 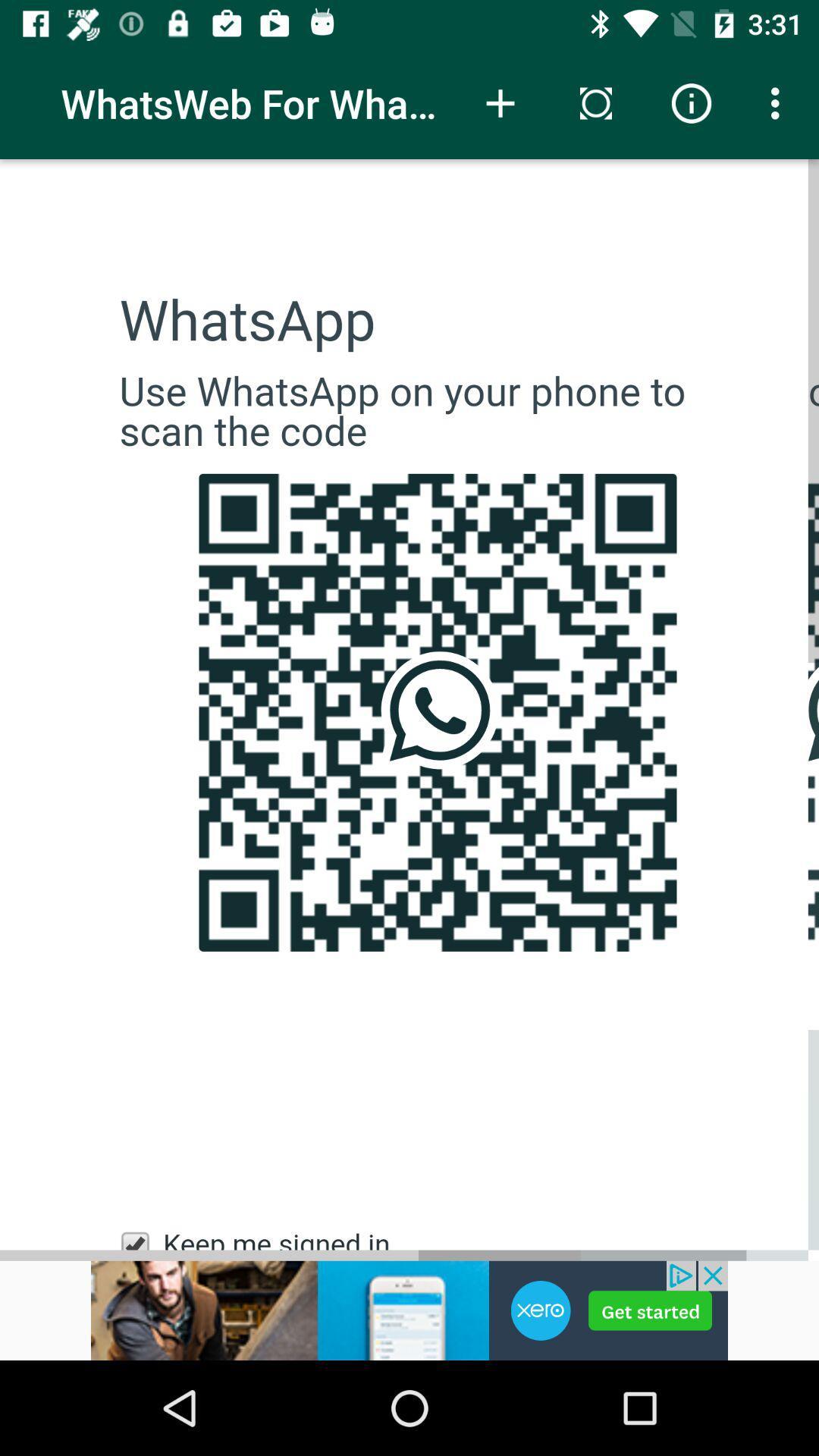 What do you see at coordinates (409, 1310) in the screenshot?
I see `advertisement we close it or view it` at bounding box center [409, 1310].